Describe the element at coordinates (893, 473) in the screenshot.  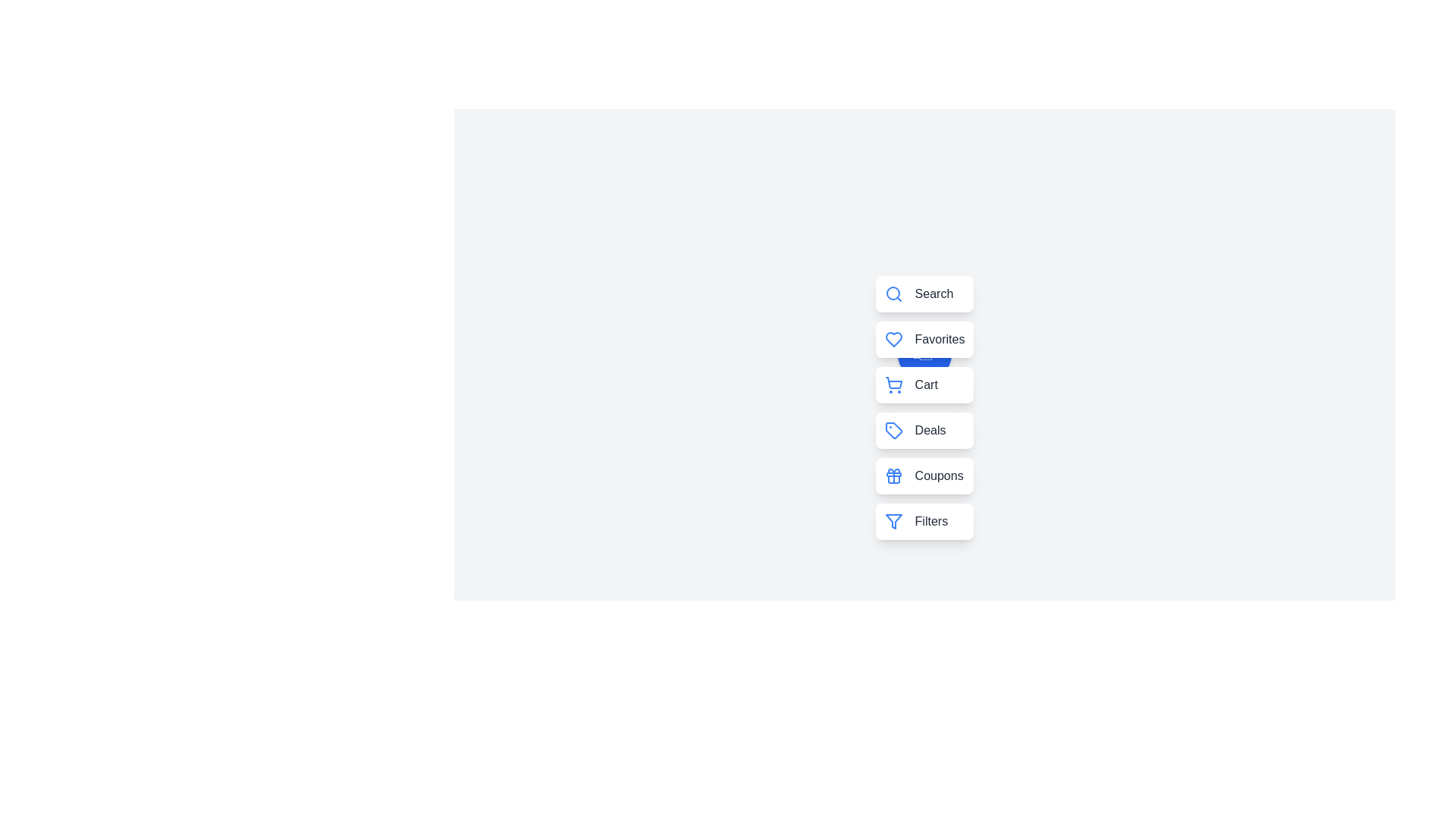
I see `the decorative rectangular element styled as a horizontal bar within the gift box icon, located below the top portion of the icon adjacent to the 'Coupons' label` at that location.